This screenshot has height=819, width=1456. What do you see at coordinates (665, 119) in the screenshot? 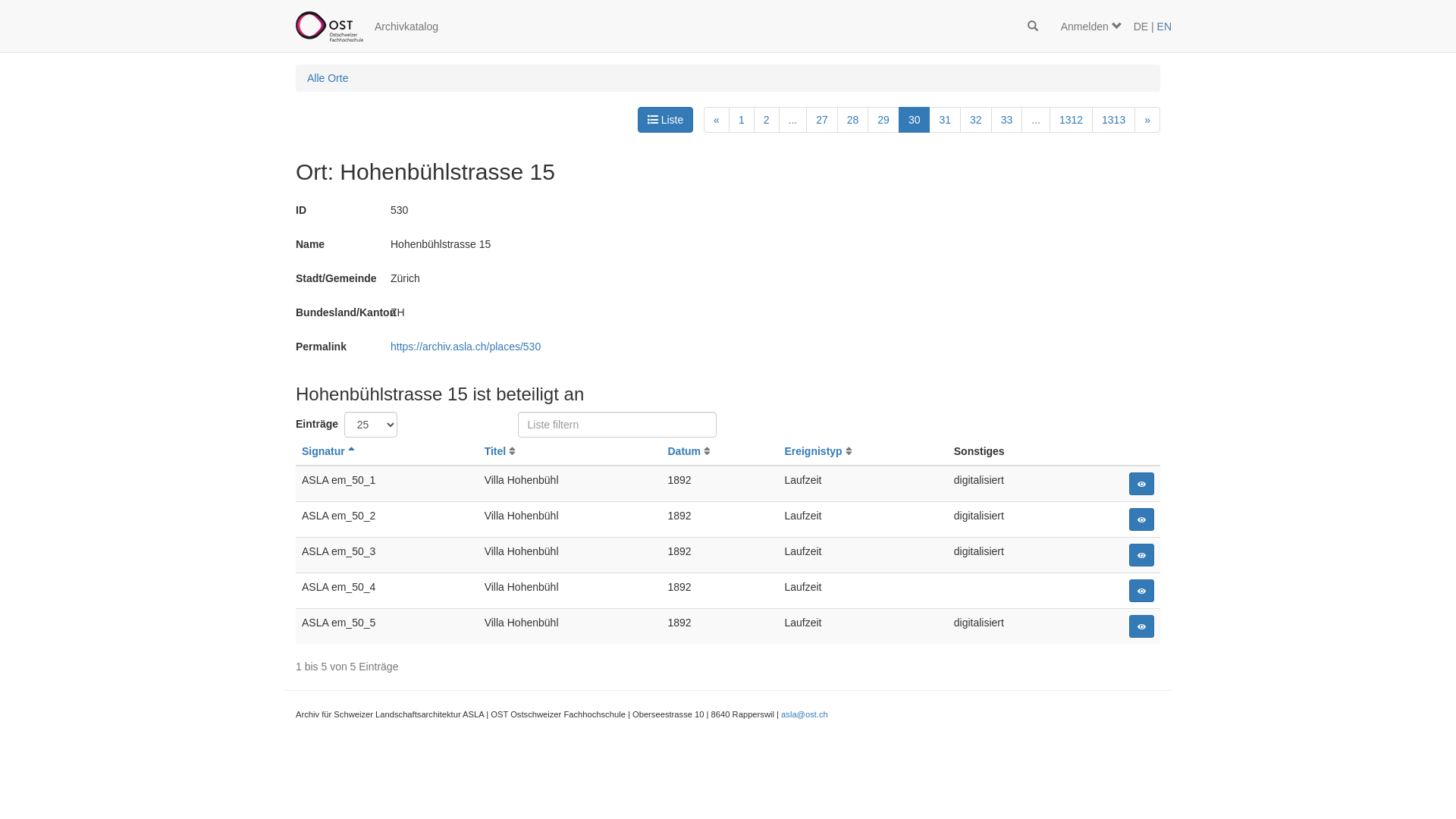
I see `'Liste'` at bounding box center [665, 119].